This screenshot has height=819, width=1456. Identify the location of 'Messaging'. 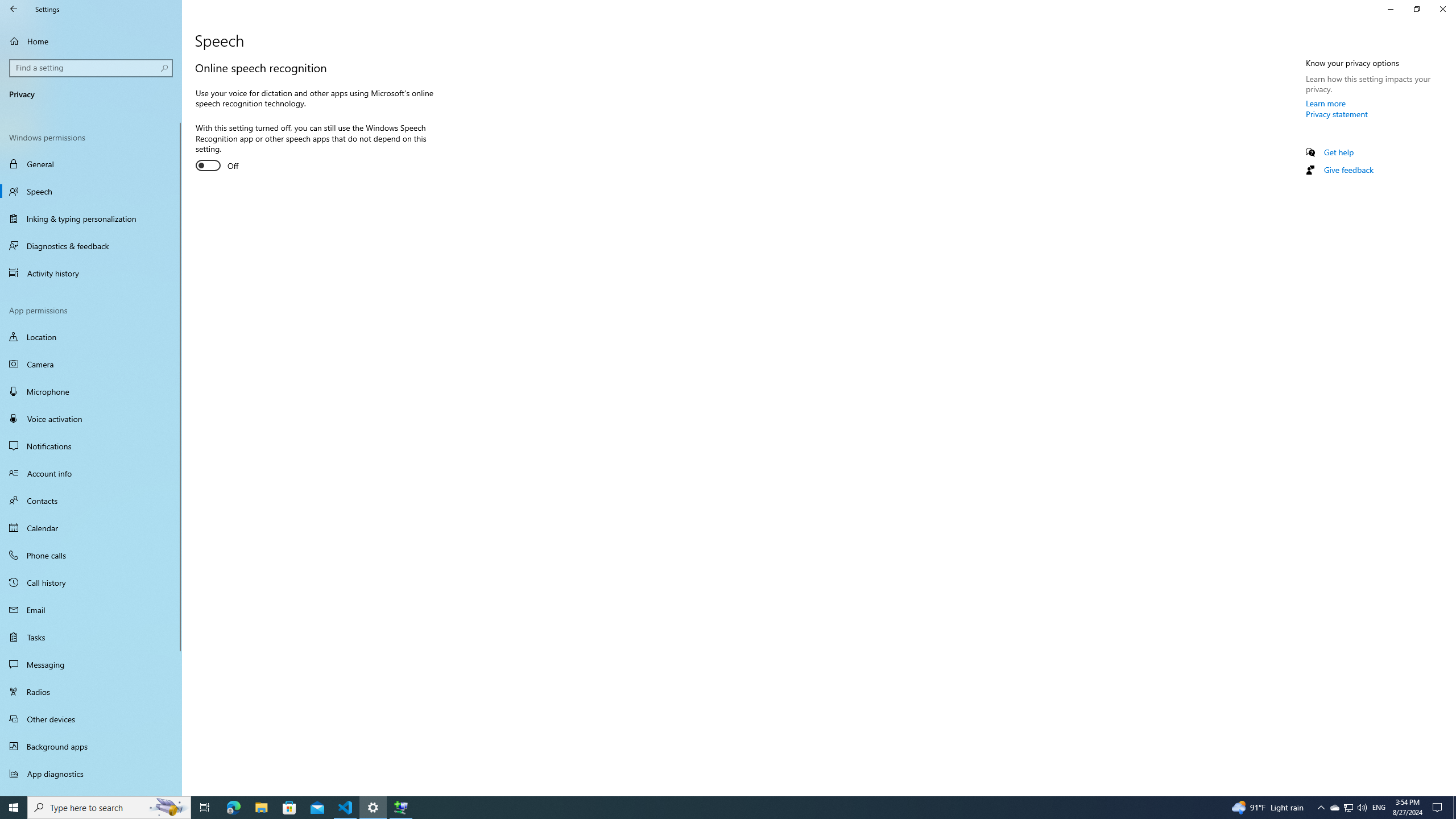
(90, 664).